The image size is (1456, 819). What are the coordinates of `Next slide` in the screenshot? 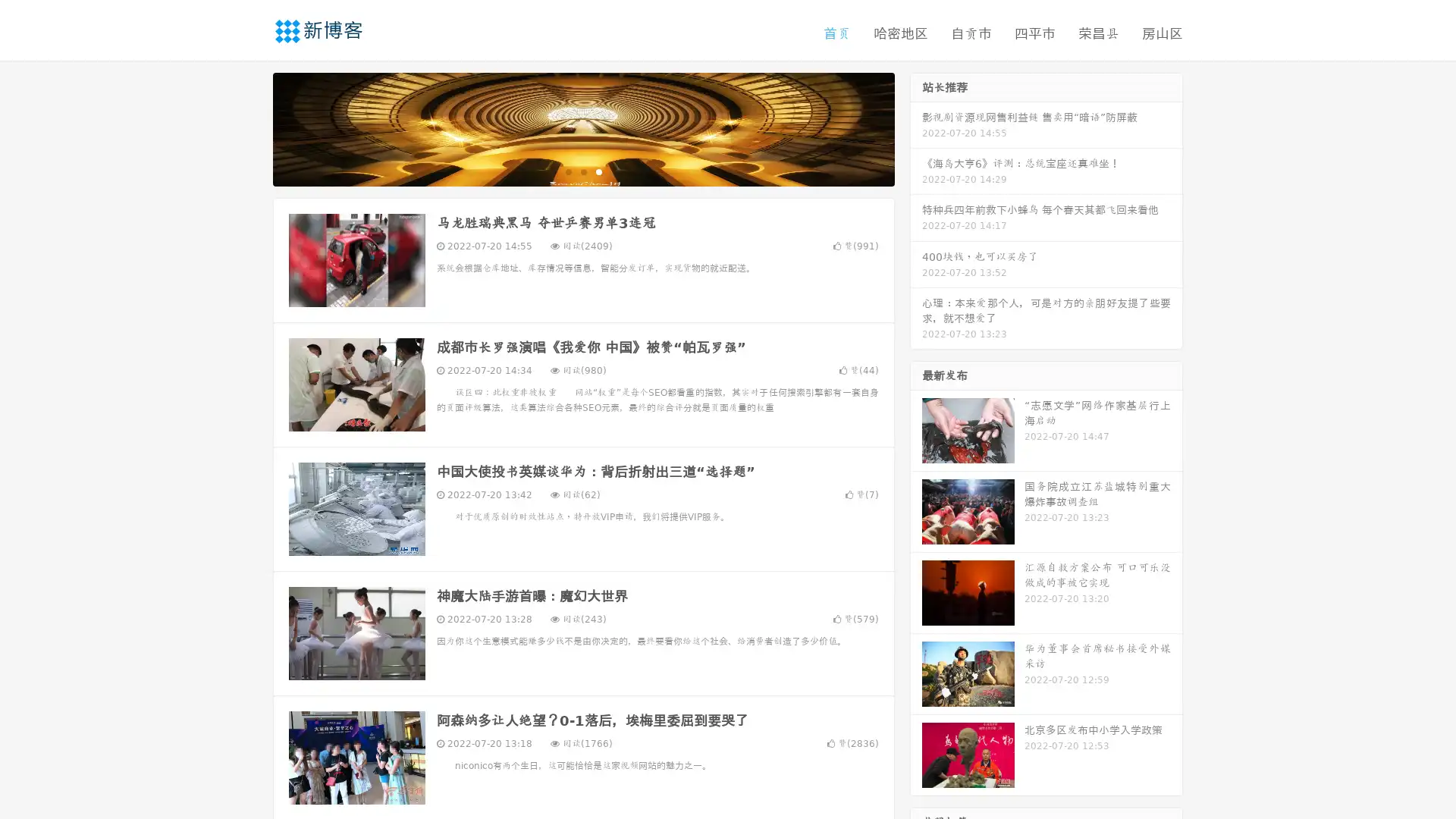 It's located at (916, 127).